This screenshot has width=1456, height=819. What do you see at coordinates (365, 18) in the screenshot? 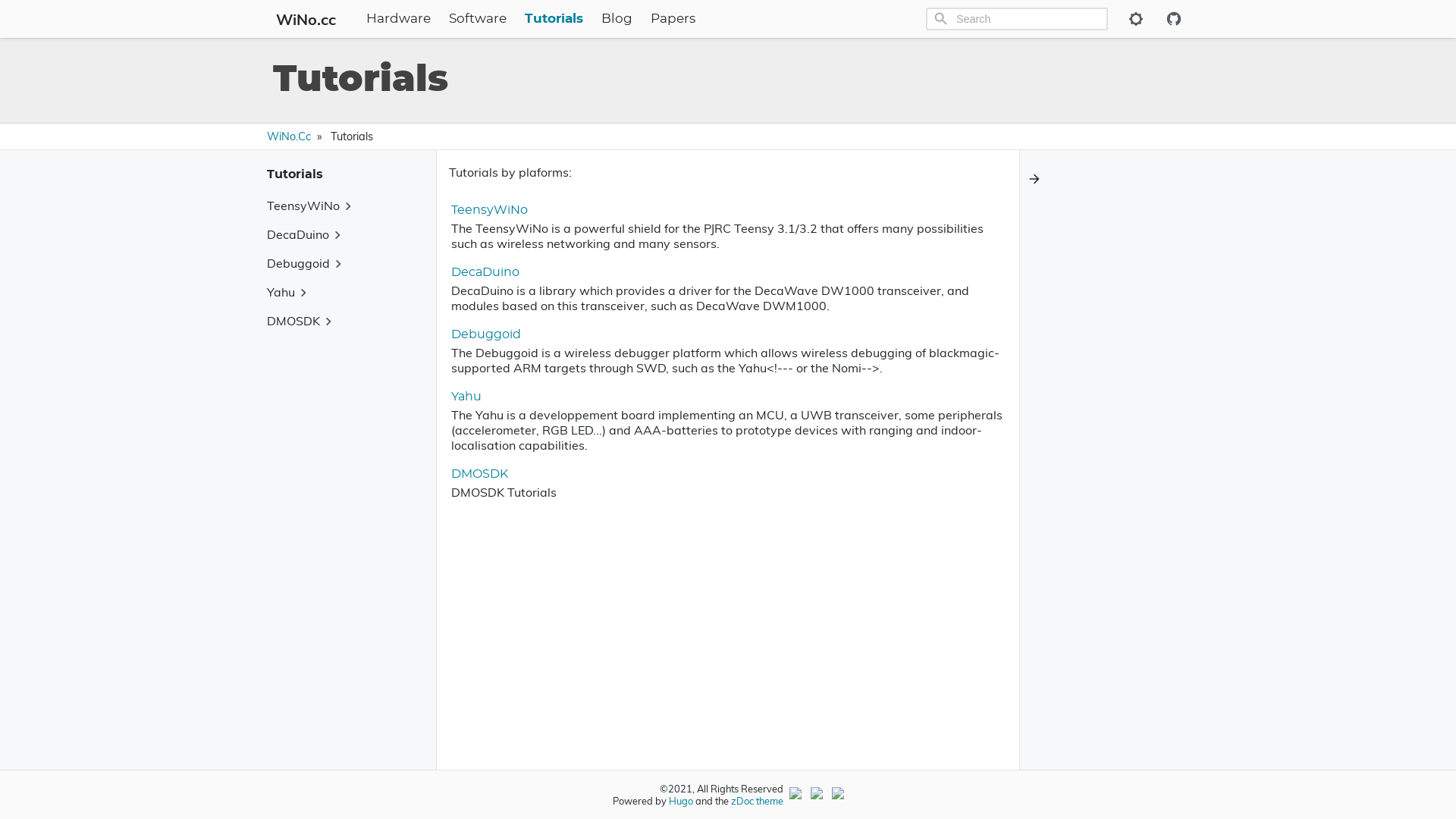
I see `'Hardware'` at bounding box center [365, 18].